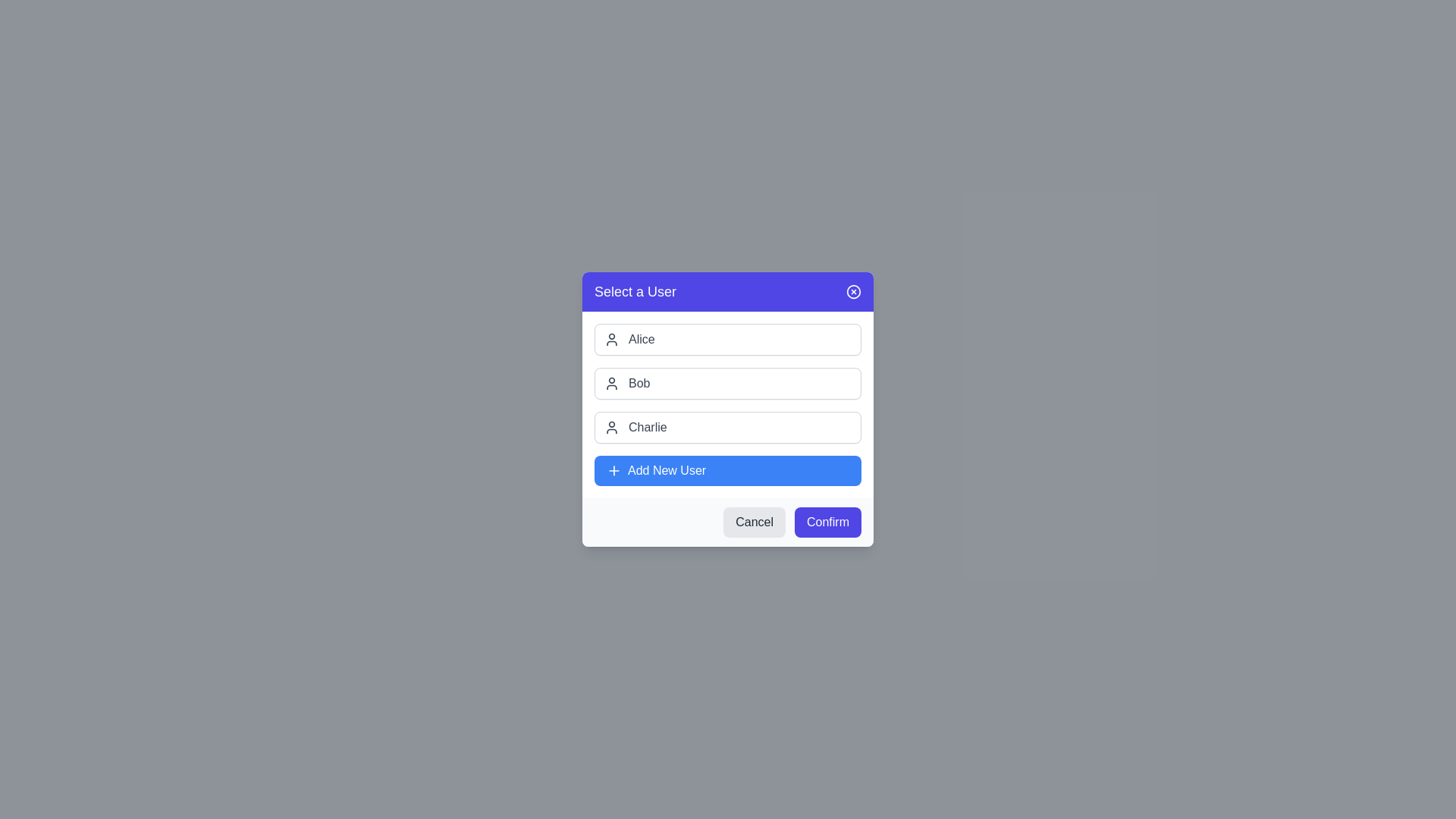 The width and height of the screenshot is (1456, 819). What do you see at coordinates (728, 382) in the screenshot?
I see `the button representing 'Bob'` at bounding box center [728, 382].